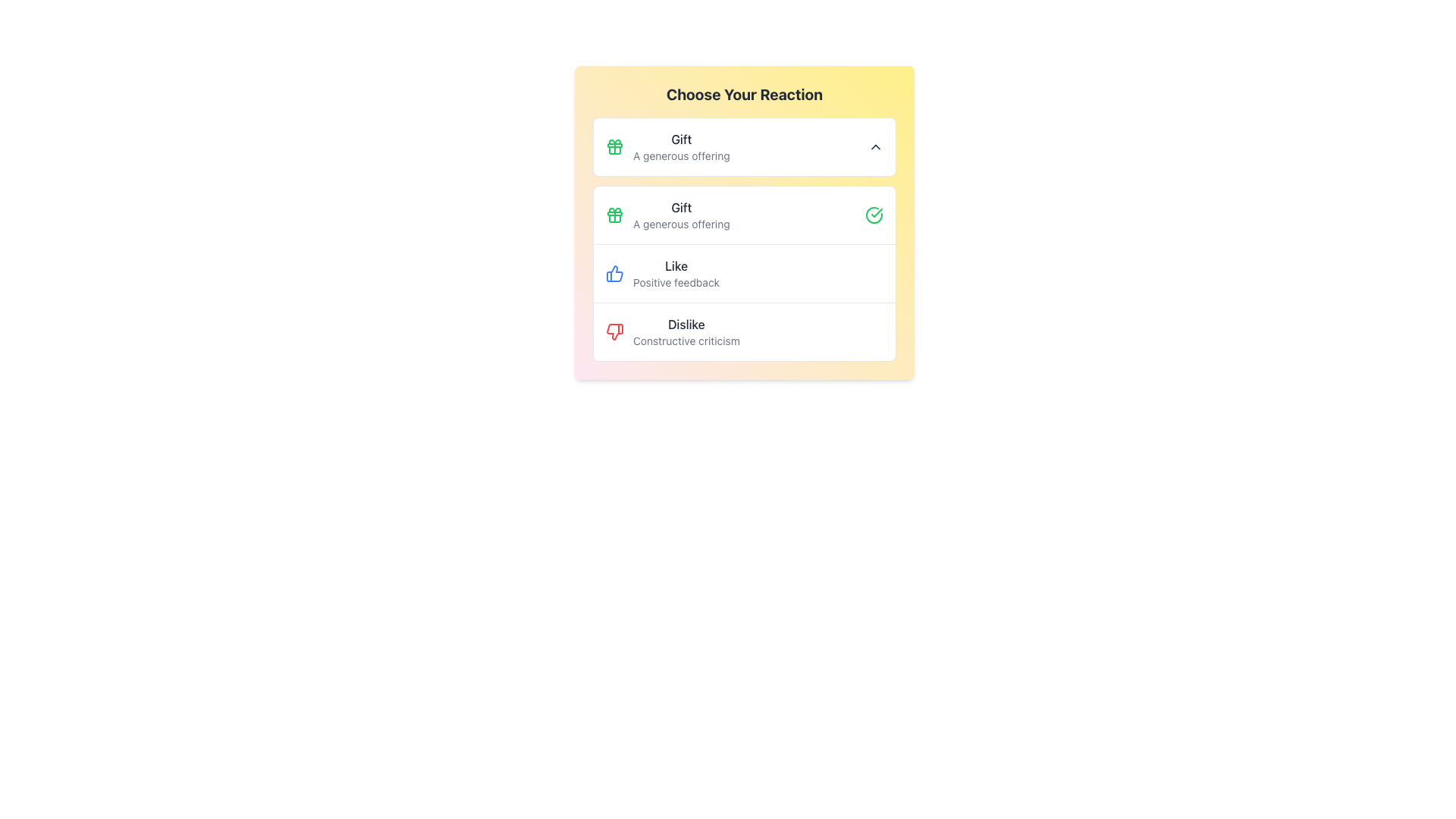  I want to click on the red thumbs-down icon under the 'Dislike' option, which is paired with the explanatory text 'Constructive criticism.', so click(615, 331).